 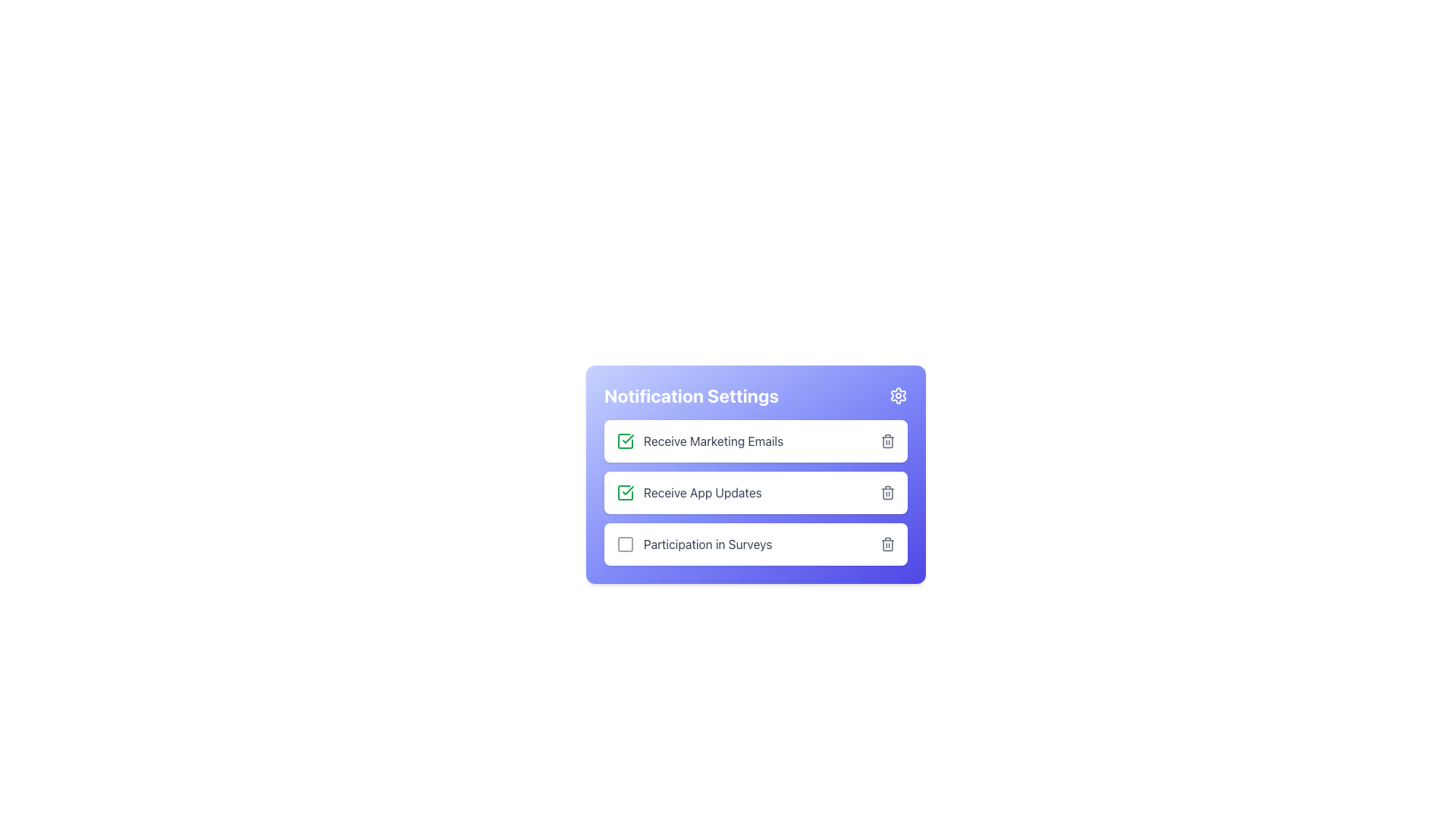 What do you see at coordinates (688, 493) in the screenshot?
I see `the interactive selection item for enabling or disabling updates related to the application, located in the Notification Settings card, positioned below 'Receive Marketing Emails' and above 'Participation in Surveys'` at bounding box center [688, 493].